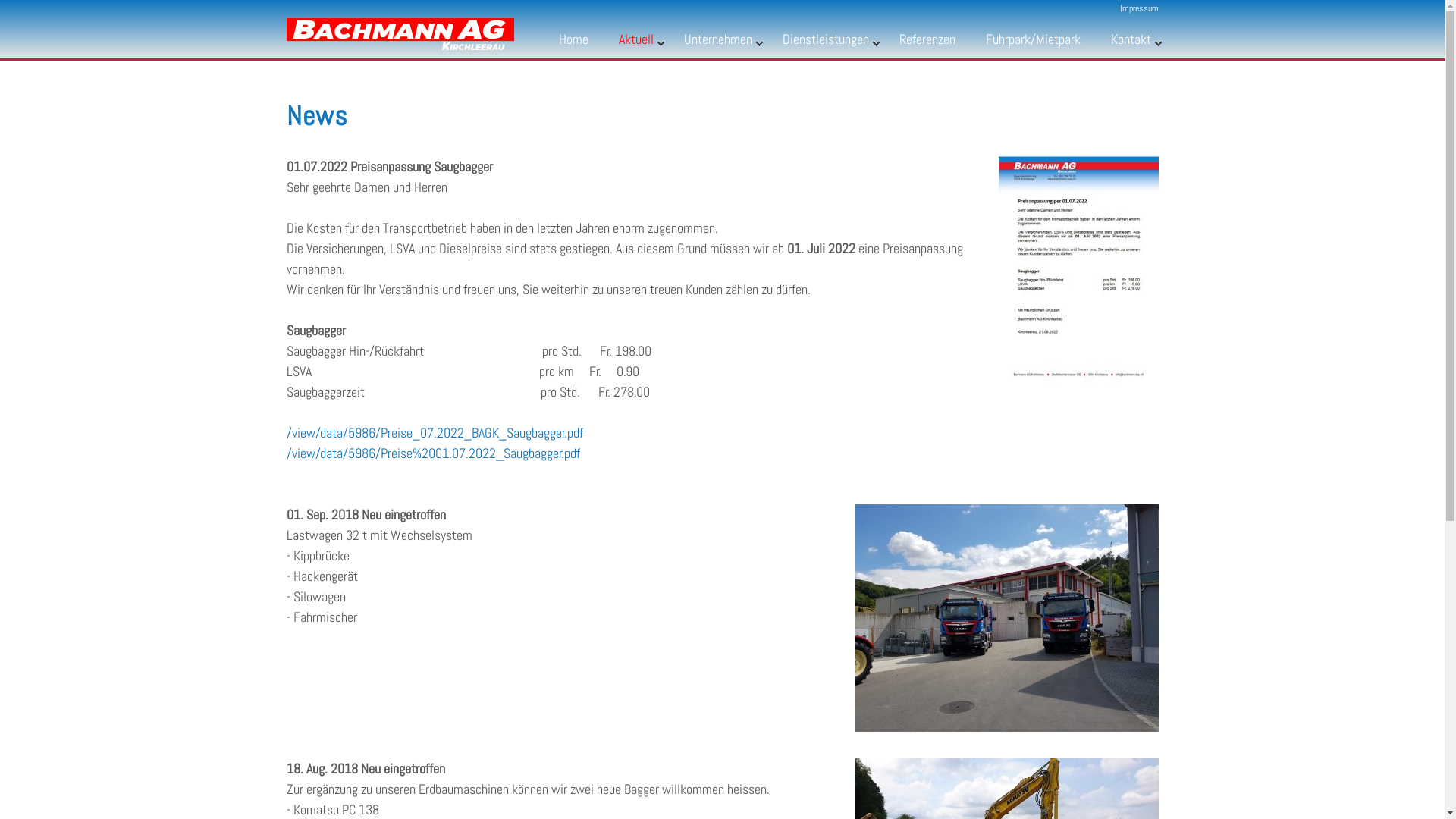 Image resolution: width=1456 pixels, height=819 pixels. What do you see at coordinates (572, 42) in the screenshot?
I see `'Home'` at bounding box center [572, 42].